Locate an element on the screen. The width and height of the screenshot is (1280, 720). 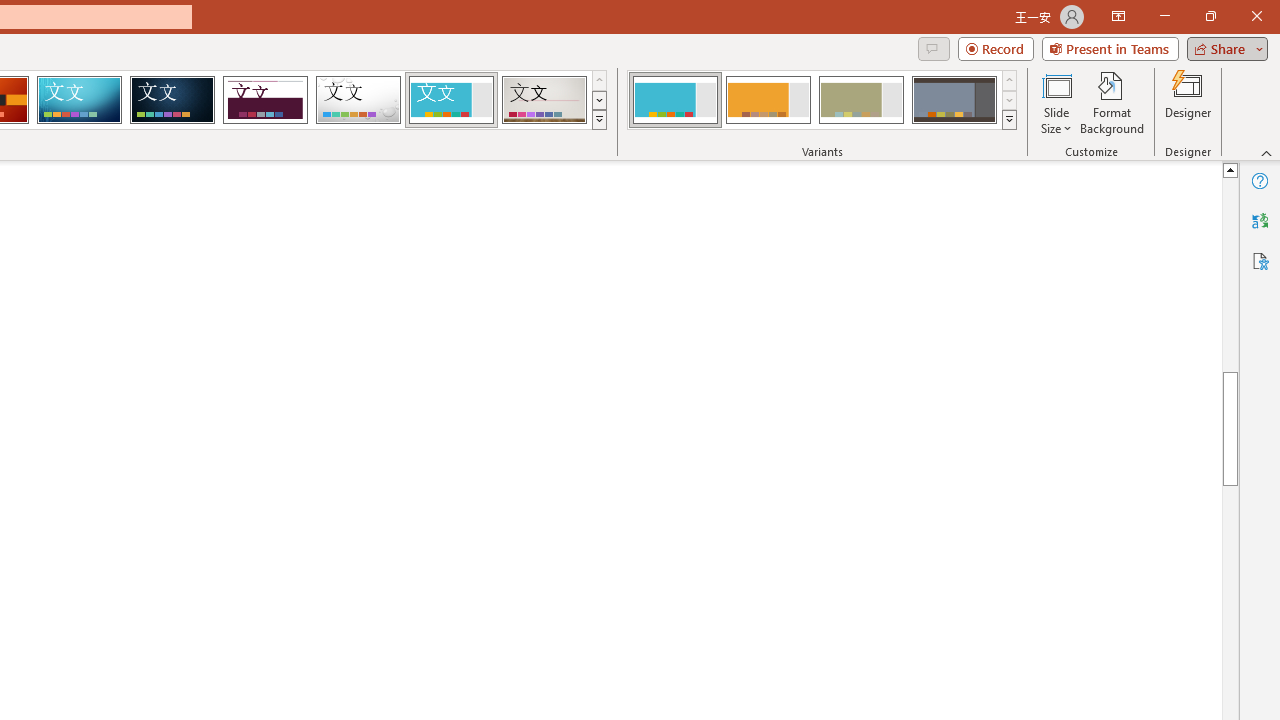
'Frame Variant 2' is located at coordinates (767, 100).